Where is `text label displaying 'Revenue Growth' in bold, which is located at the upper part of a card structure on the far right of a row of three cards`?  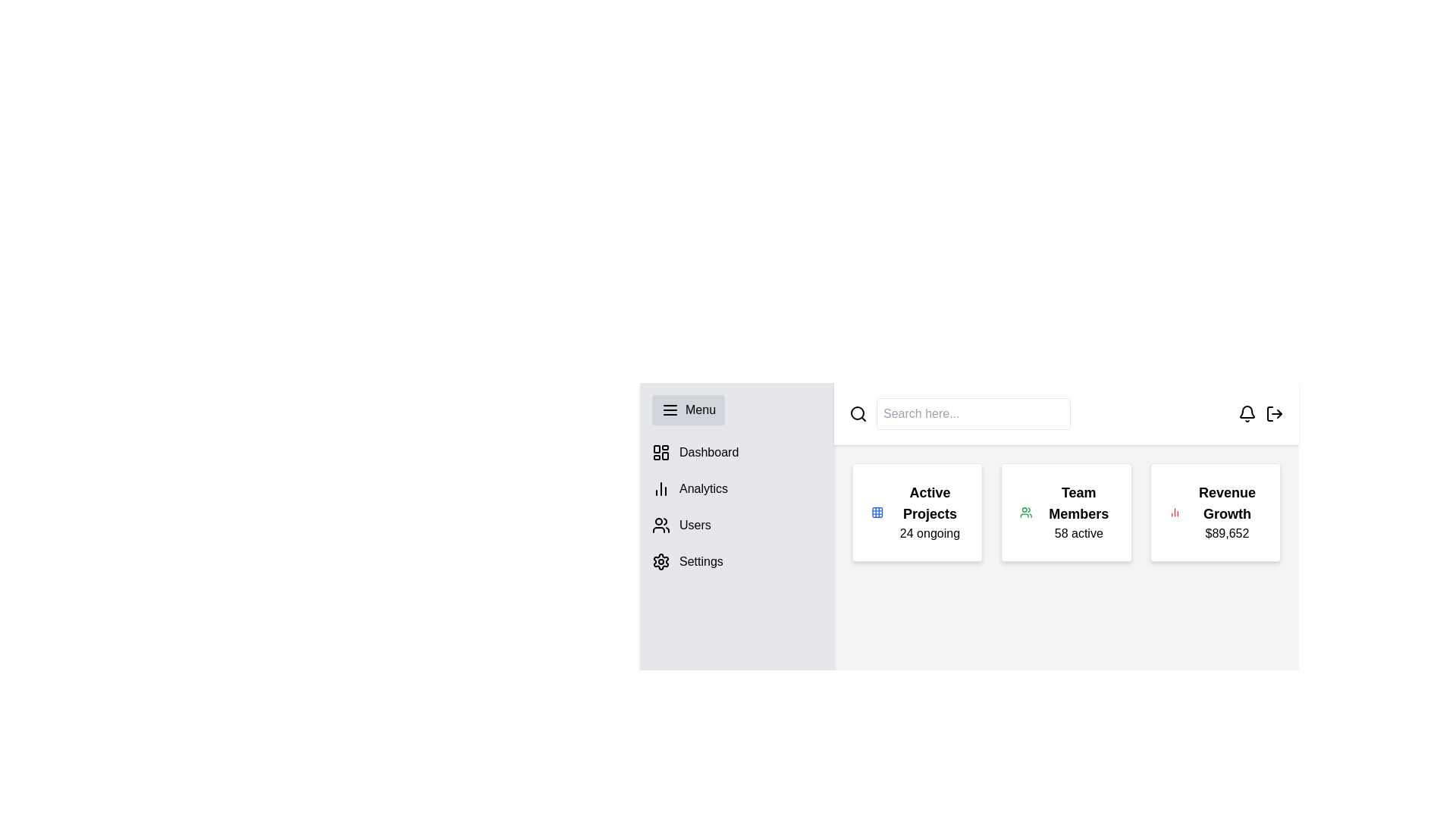 text label displaying 'Revenue Growth' in bold, which is located at the upper part of a card structure on the far right of a row of three cards is located at coordinates (1227, 503).